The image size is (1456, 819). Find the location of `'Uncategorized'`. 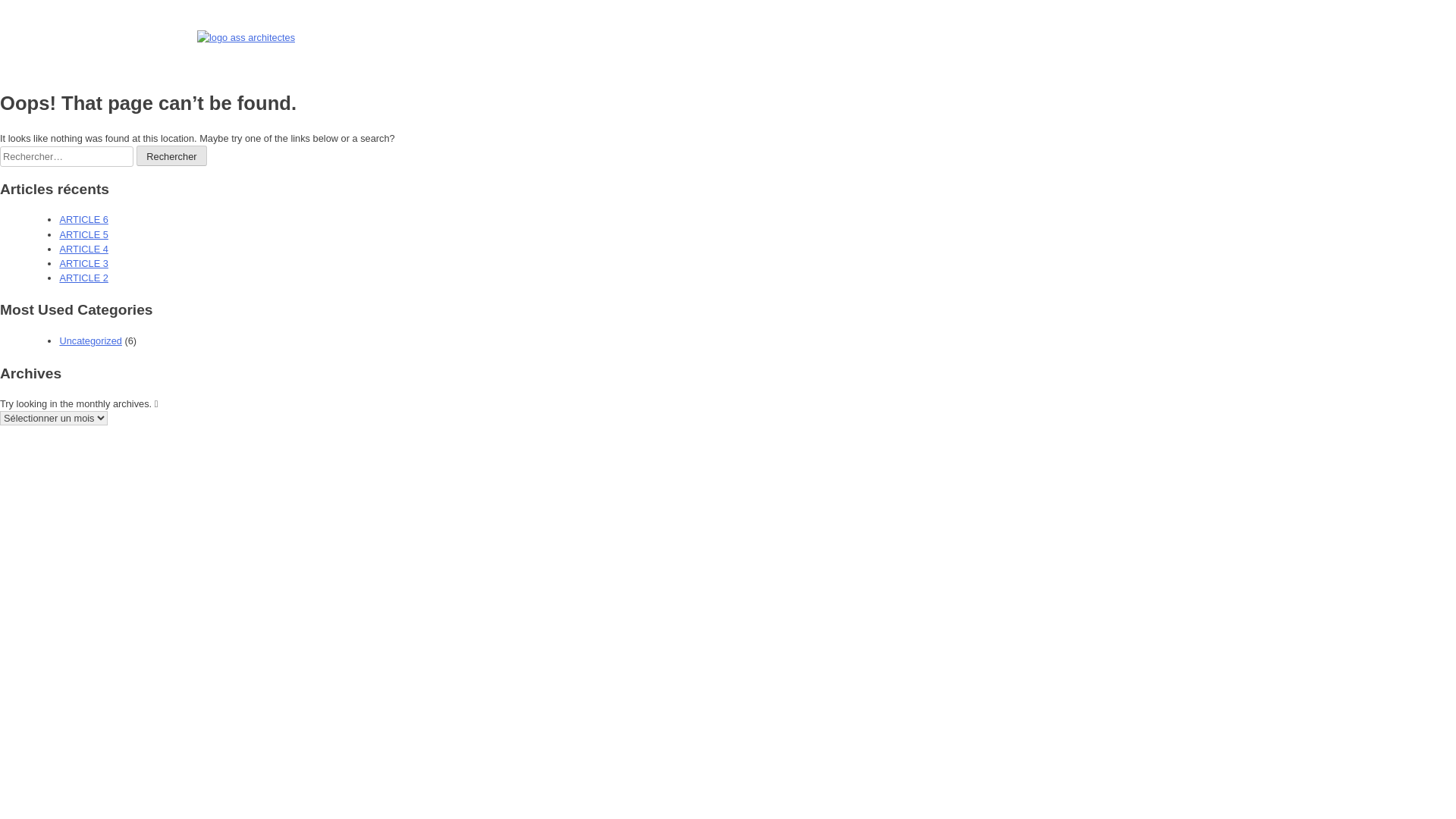

'Uncategorized' is located at coordinates (89, 340).